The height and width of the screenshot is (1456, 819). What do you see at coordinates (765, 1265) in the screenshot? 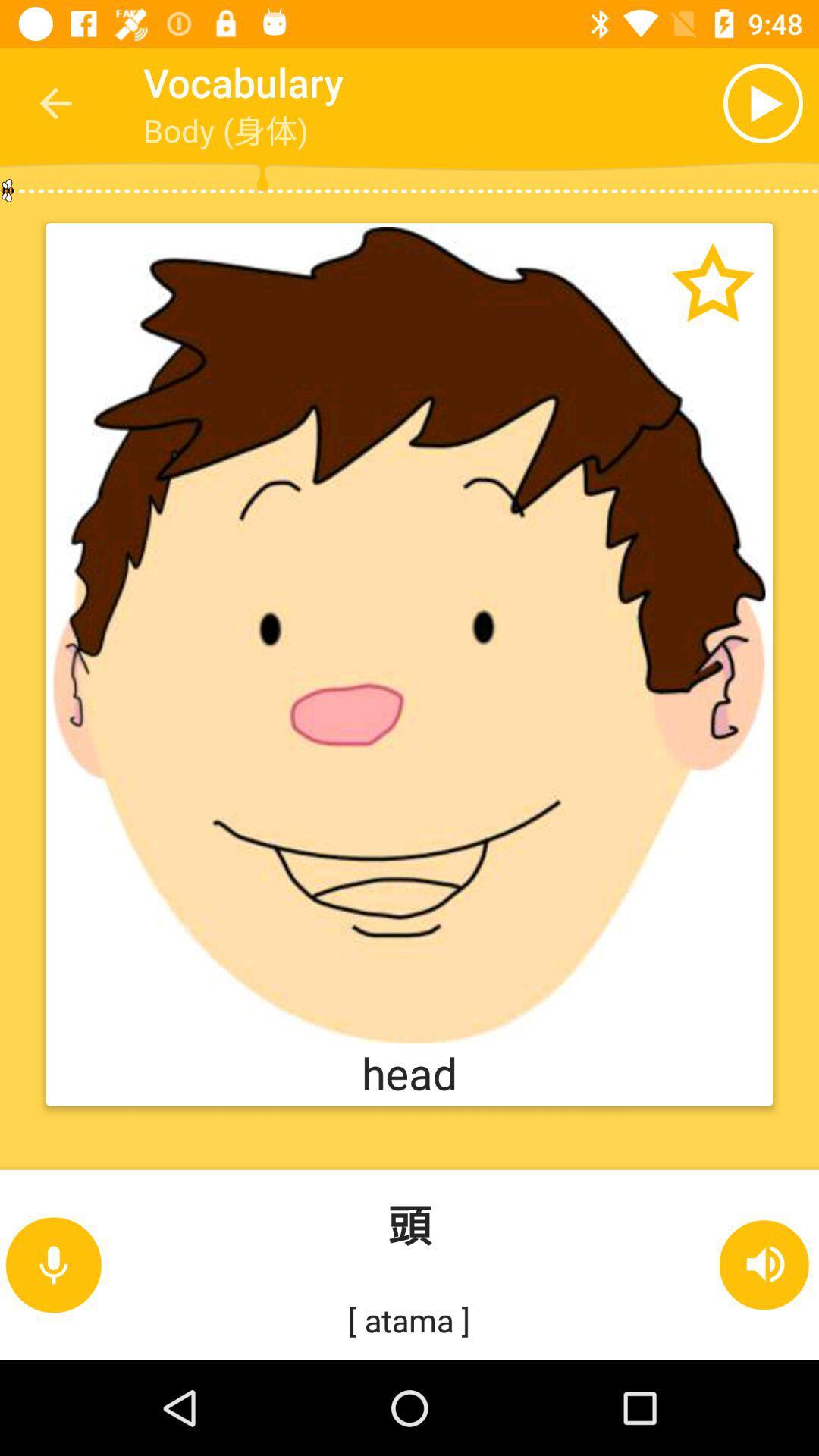
I see `the volume icon` at bounding box center [765, 1265].